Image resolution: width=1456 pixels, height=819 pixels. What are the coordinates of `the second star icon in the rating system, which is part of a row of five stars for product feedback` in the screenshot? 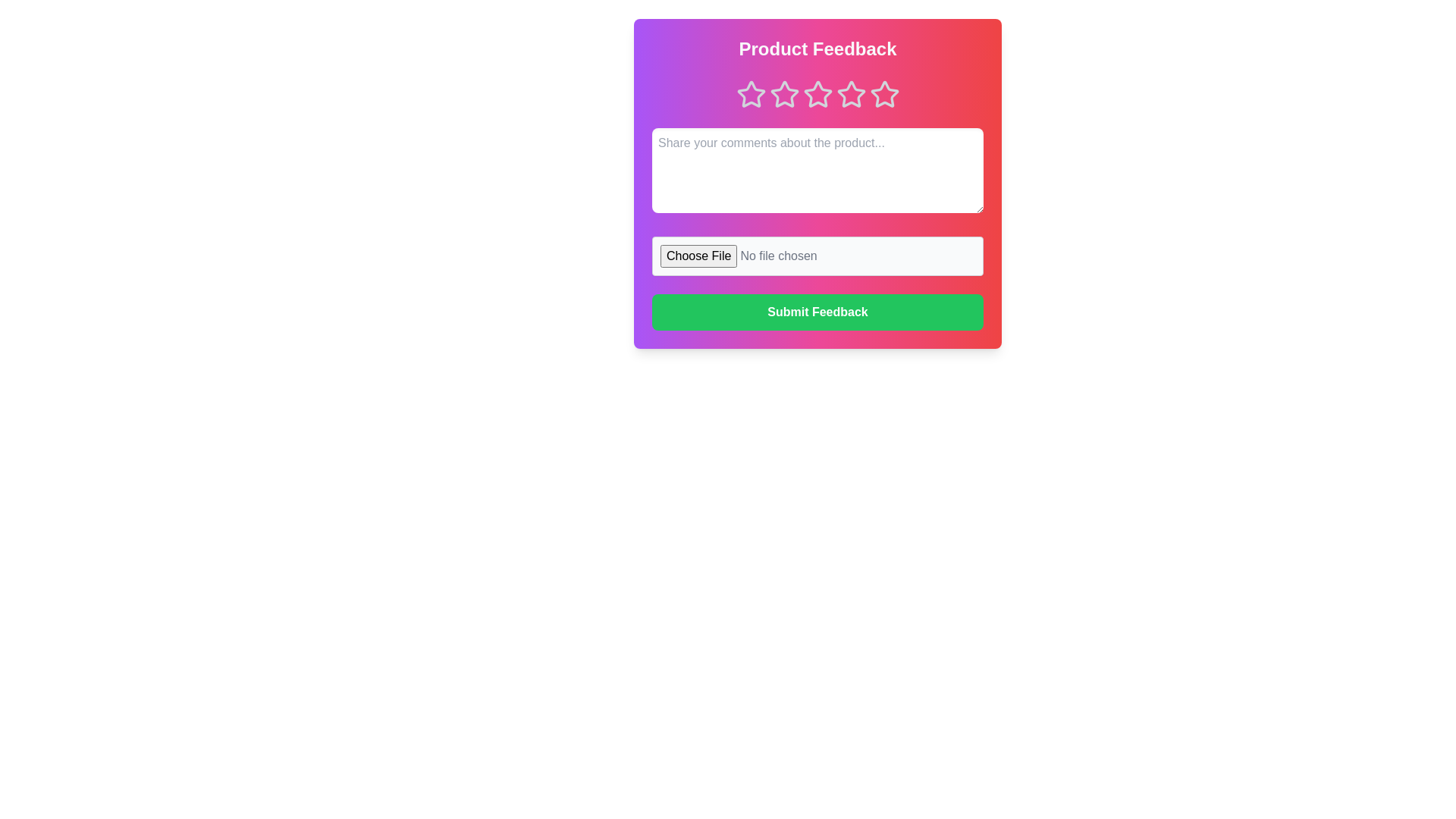 It's located at (784, 94).